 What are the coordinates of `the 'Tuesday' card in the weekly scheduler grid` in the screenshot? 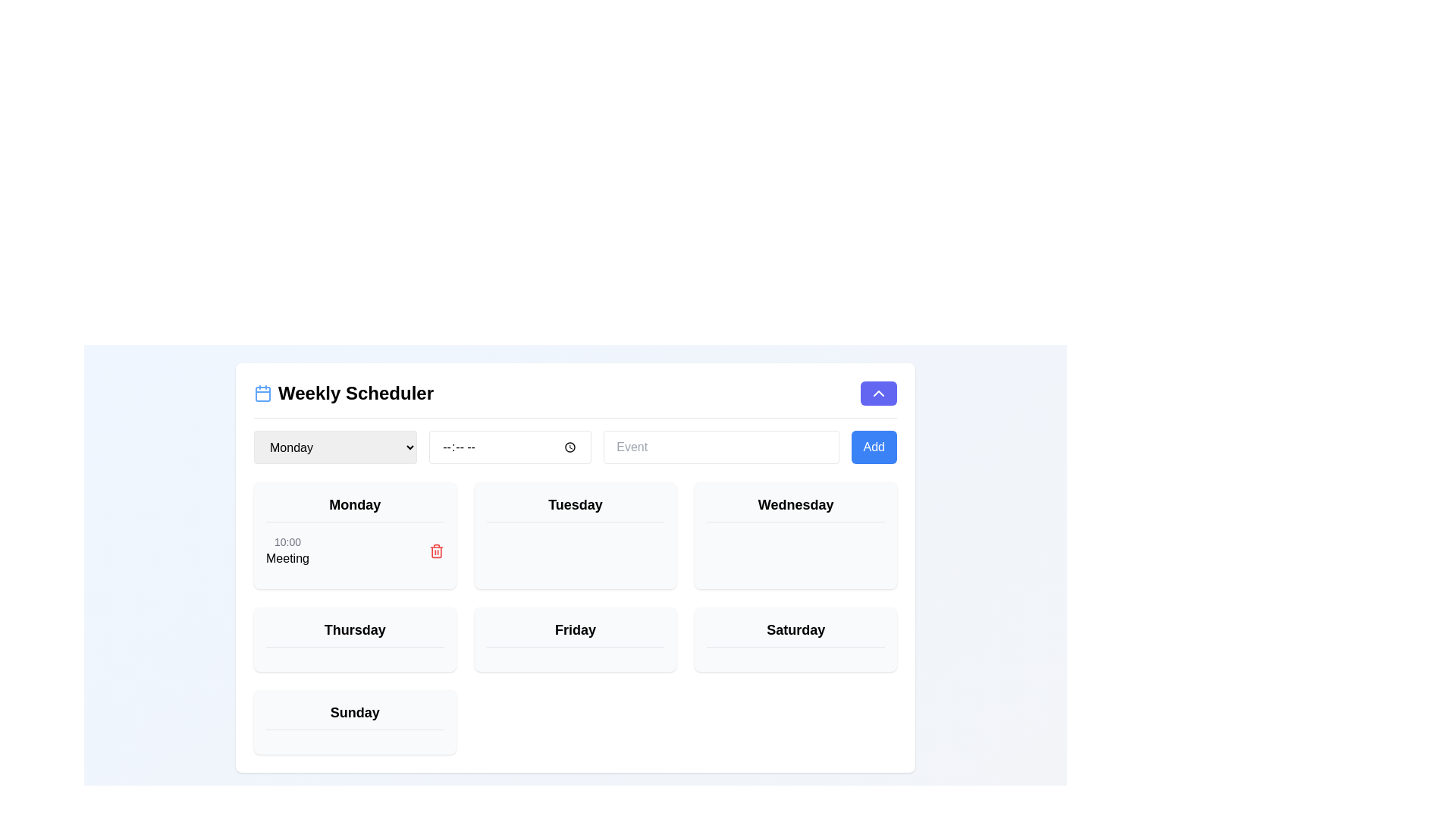 It's located at (574, 535).